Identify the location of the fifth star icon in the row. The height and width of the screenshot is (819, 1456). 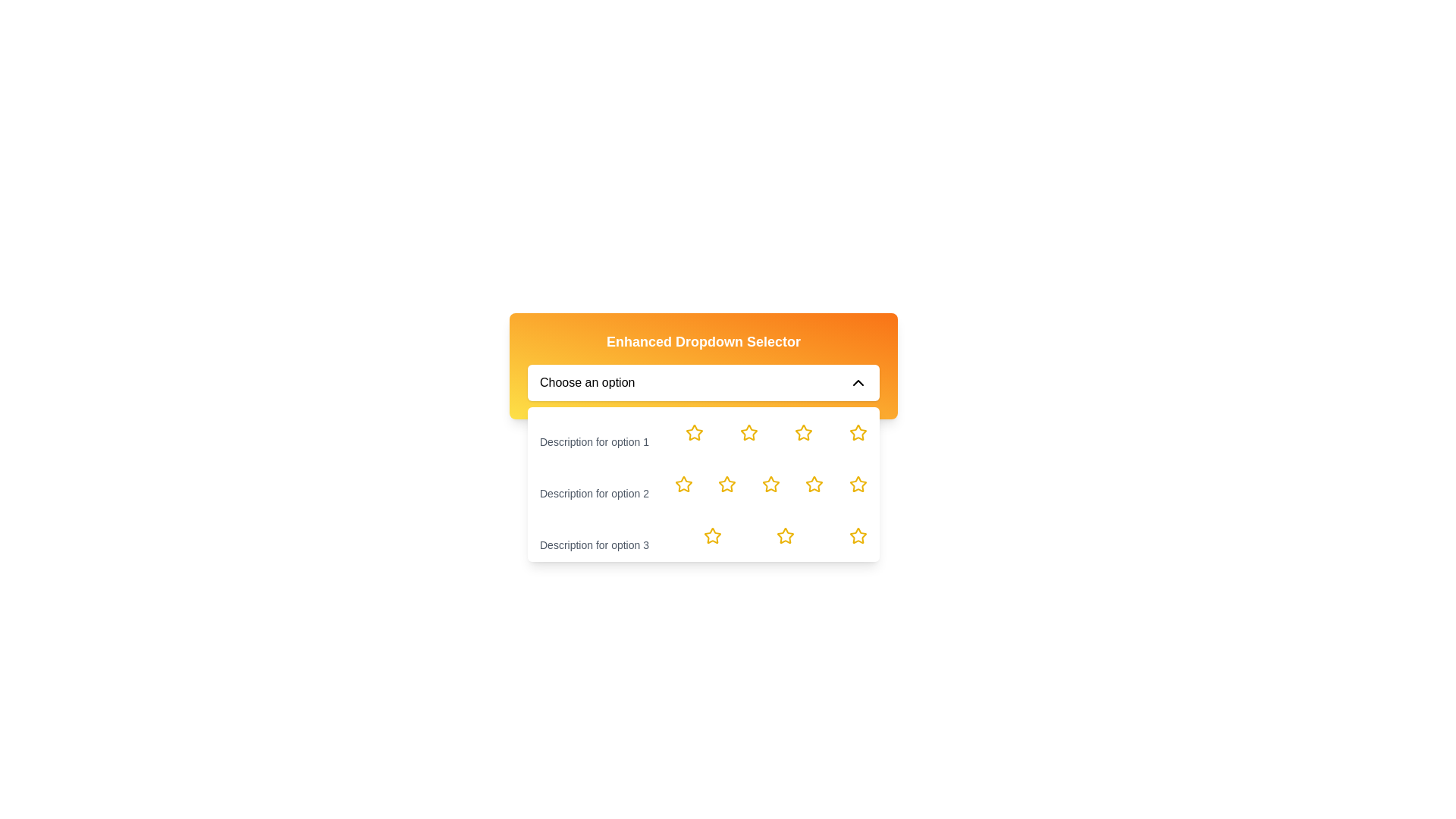
(858, 432).